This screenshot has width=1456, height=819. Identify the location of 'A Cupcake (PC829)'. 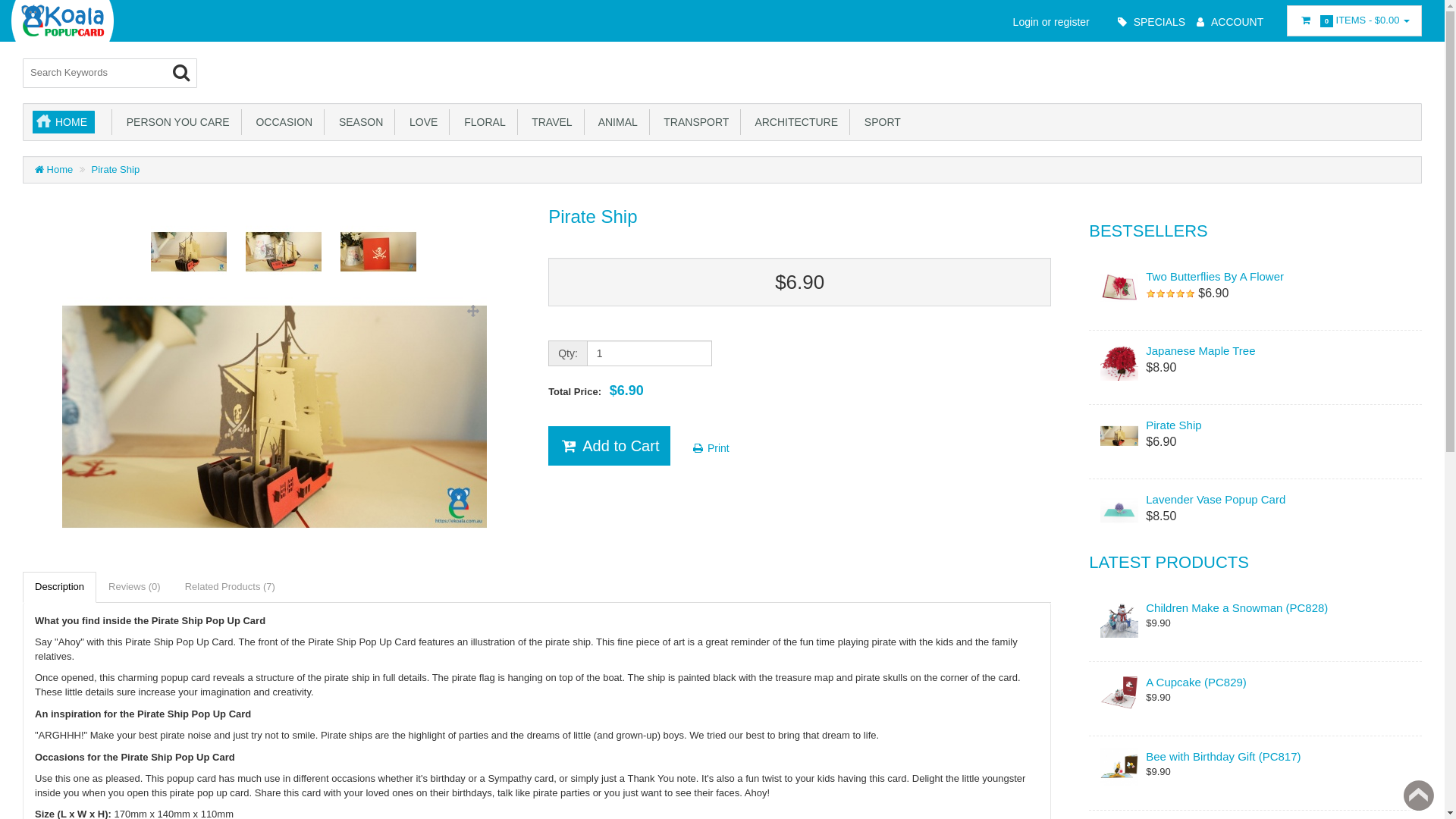
(1255, 681).